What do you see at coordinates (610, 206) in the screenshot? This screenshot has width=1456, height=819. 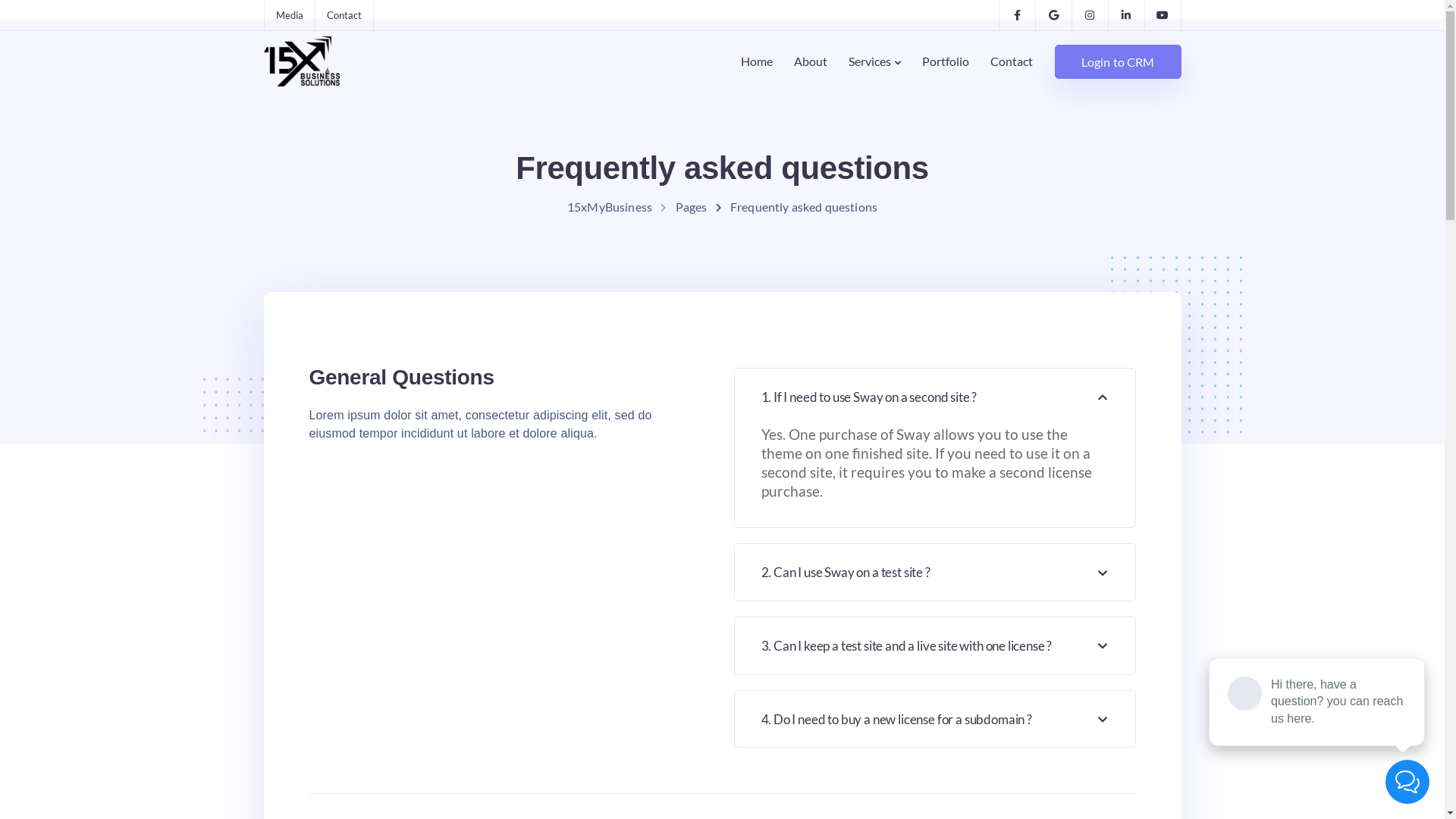 I see `'15xMyBusiness'` at bounding box center [610, 206].